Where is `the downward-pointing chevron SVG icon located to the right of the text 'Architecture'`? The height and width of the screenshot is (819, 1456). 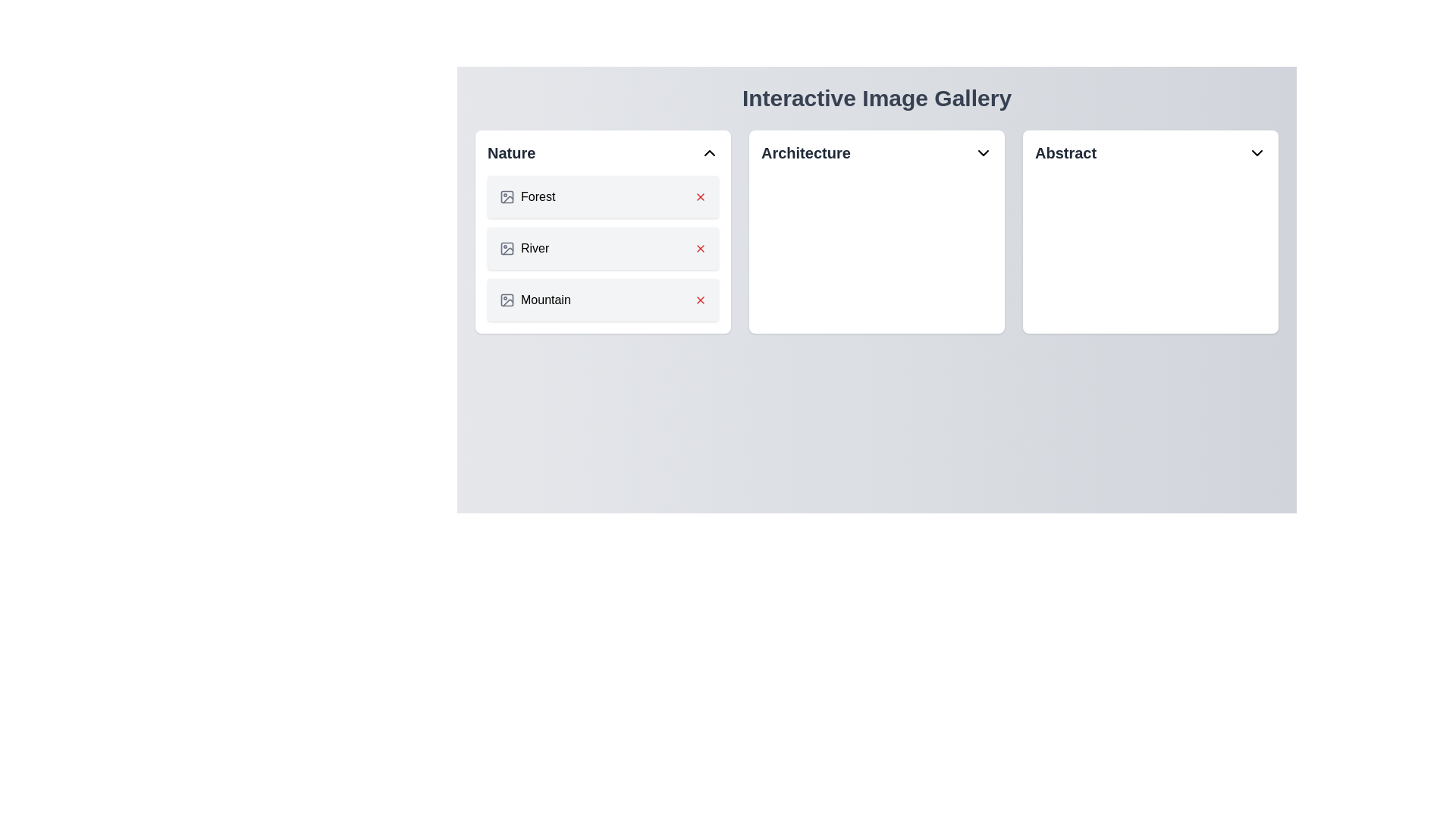 the downward-pointing chevron SVG icon located to the right of the text 'Architecture' is located at coordinates (983, 152).